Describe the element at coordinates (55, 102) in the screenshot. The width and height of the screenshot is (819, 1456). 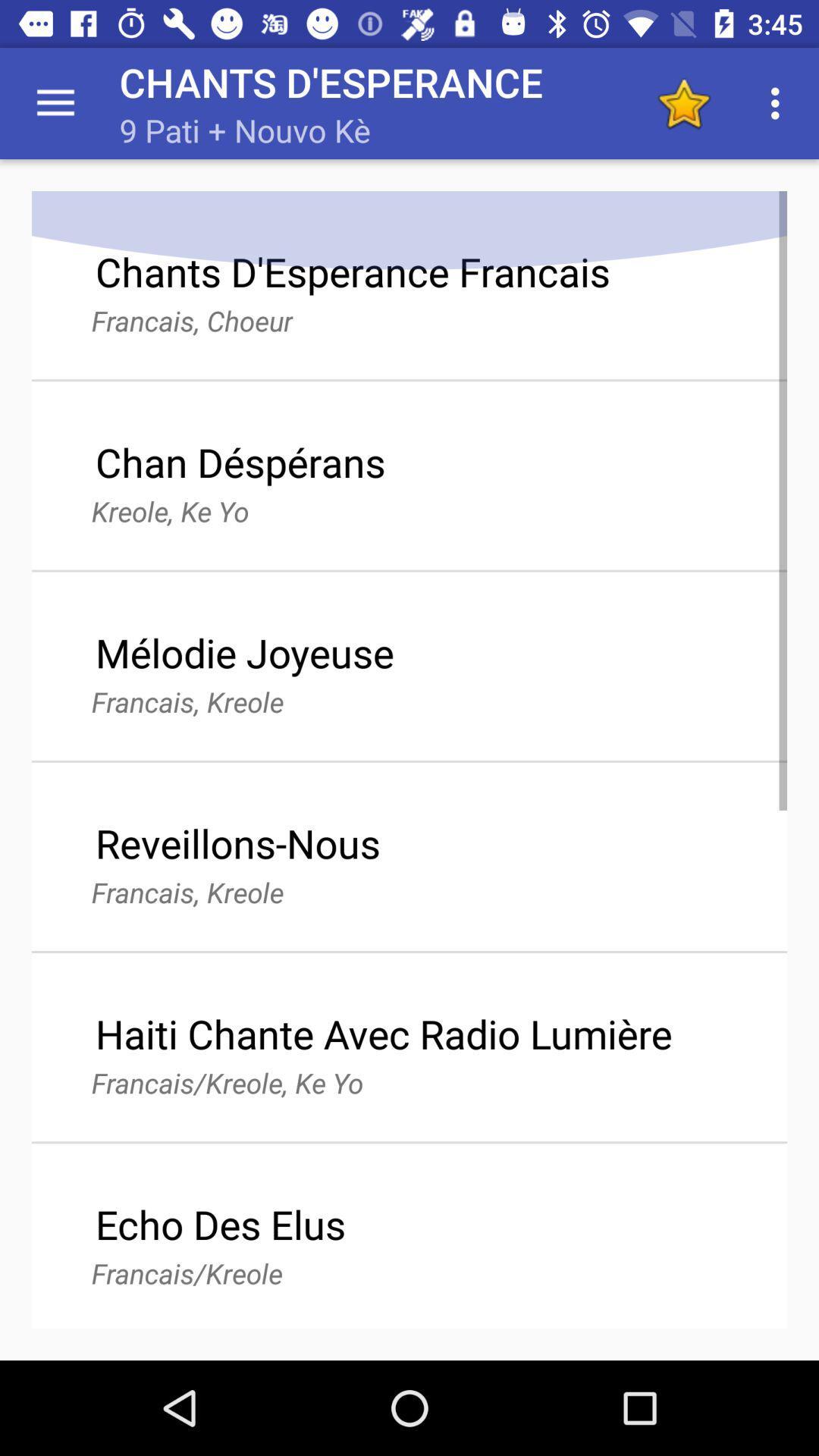
I see `item above chants d esperance` at that location.